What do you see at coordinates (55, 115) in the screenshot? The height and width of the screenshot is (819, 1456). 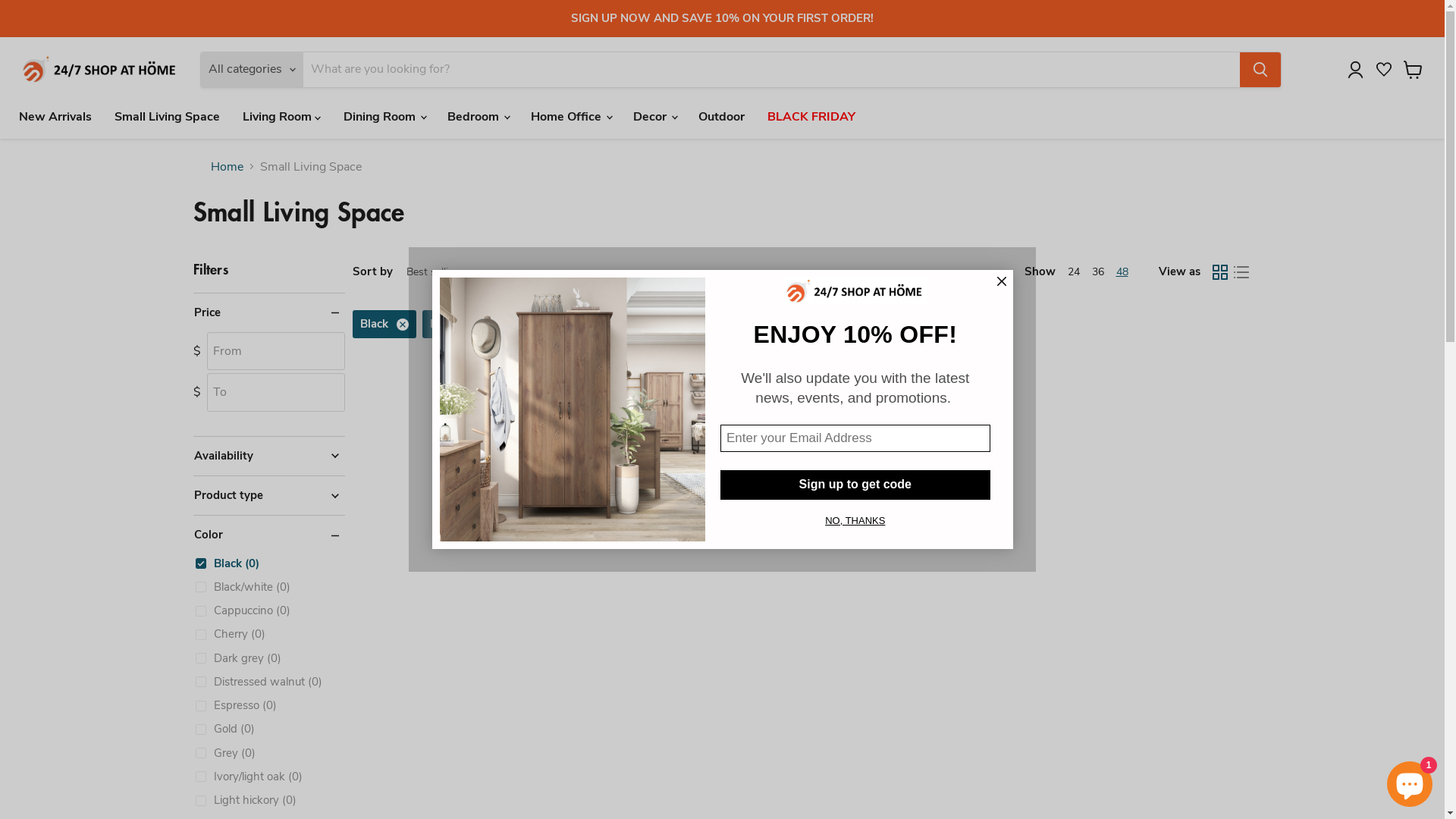 I see `'New Arrivals'` at bounding box center [55, 115].